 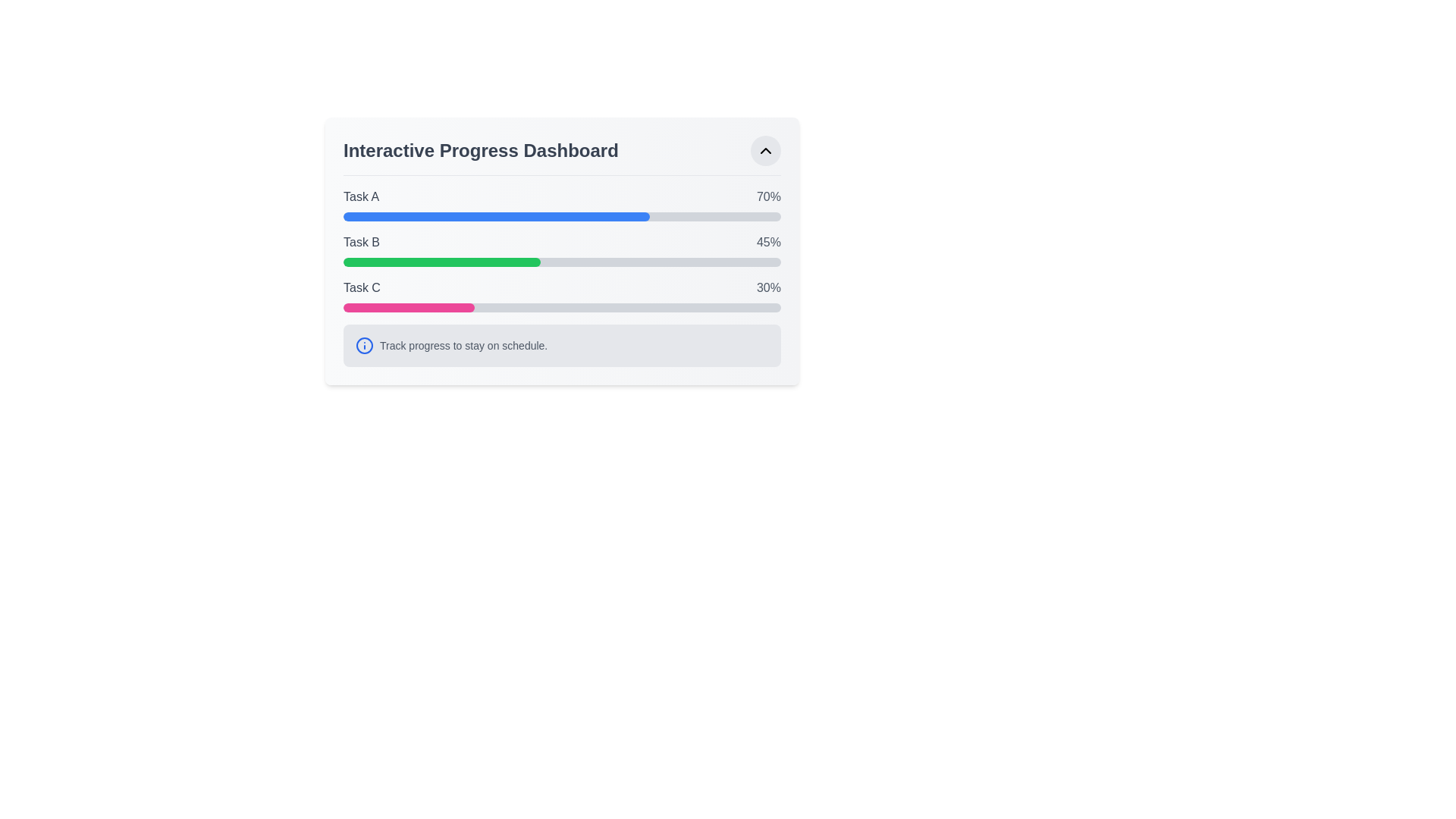 I want to click on the green progress bar representing 45% completion for 'Task B', which is located inside a gray horizontal track, so click(x=441, y=262).